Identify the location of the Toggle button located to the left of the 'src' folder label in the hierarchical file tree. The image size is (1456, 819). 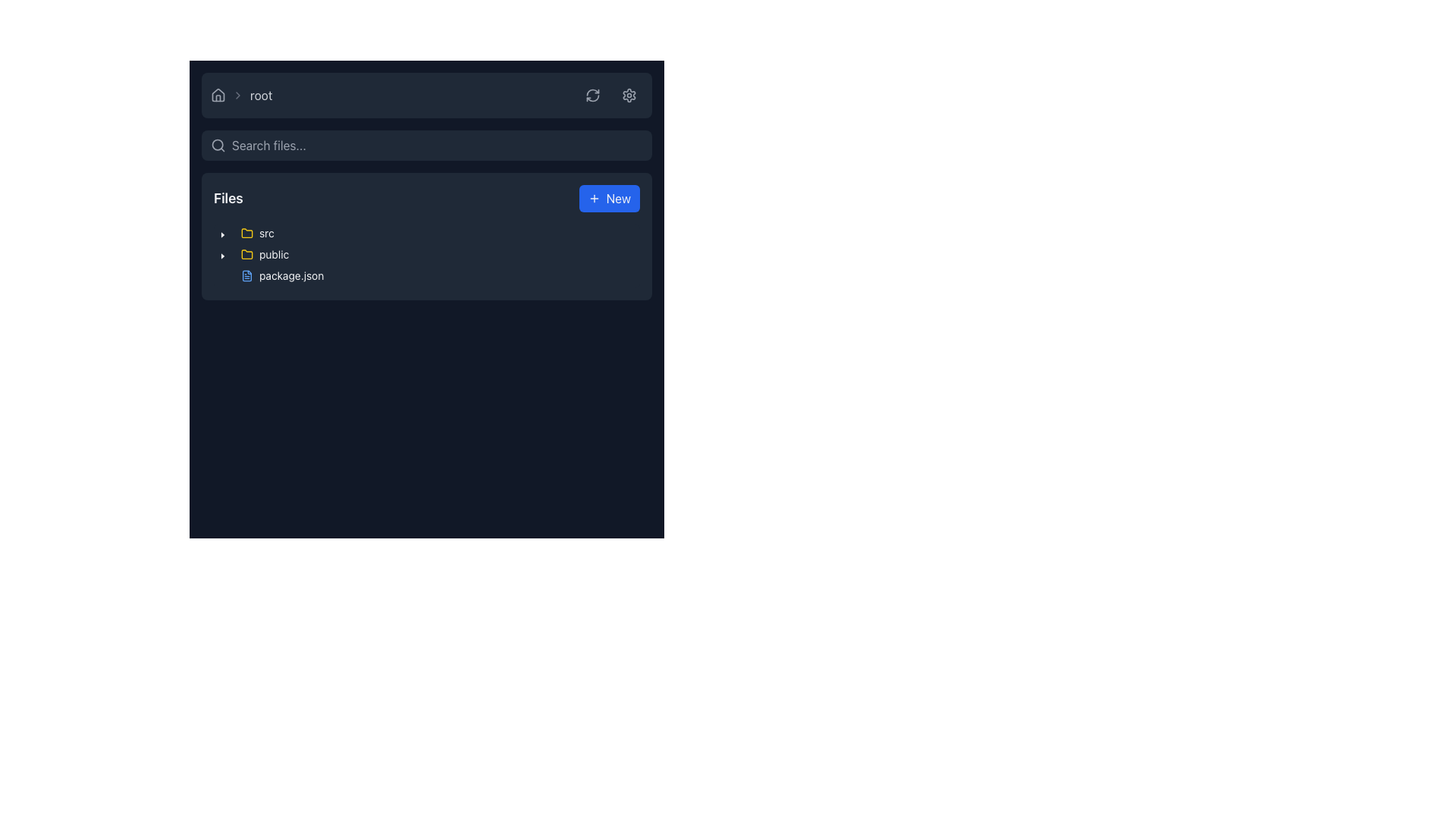
(221, 234).